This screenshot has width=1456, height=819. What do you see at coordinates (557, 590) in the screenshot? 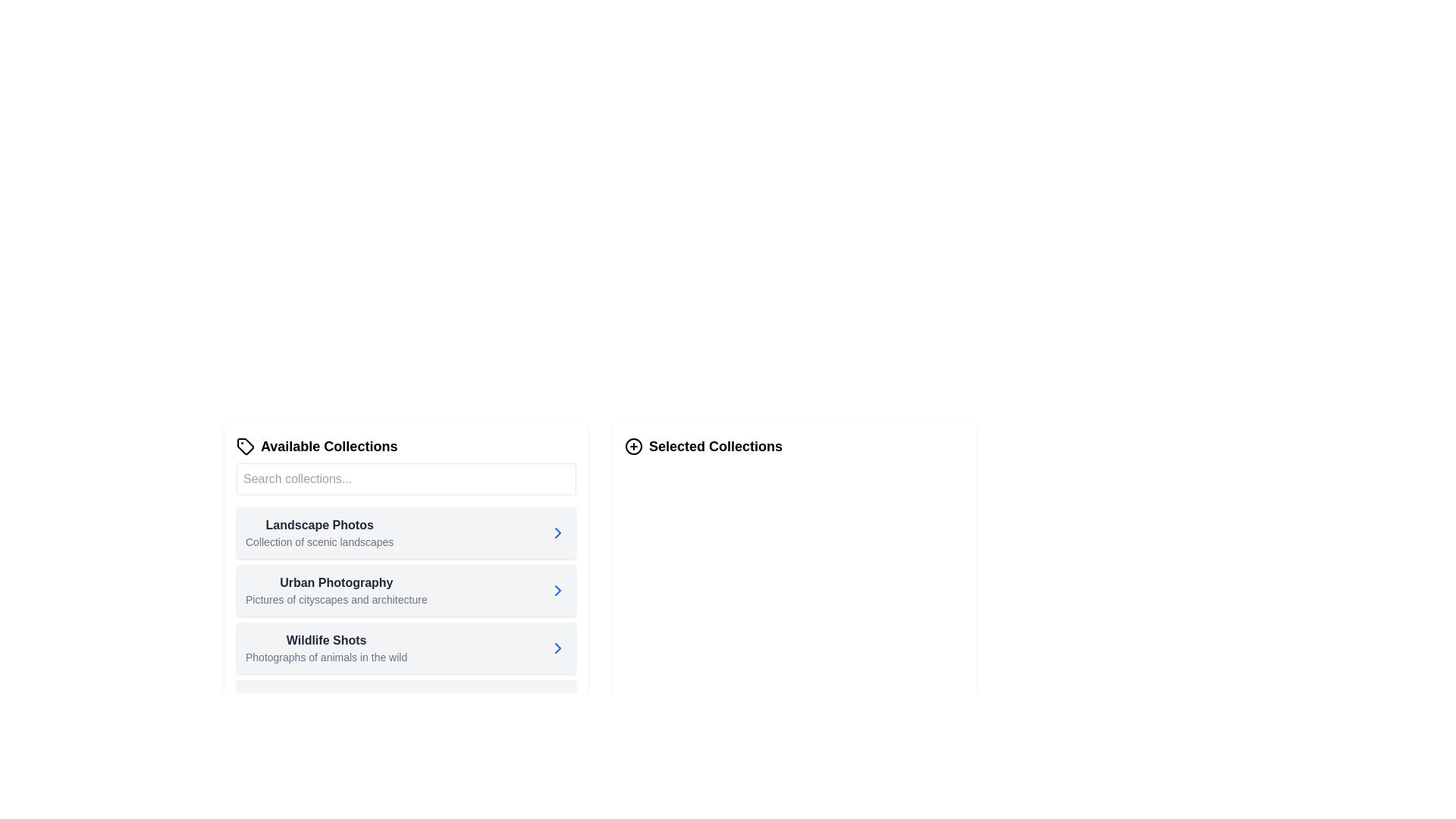
I see `the button located at the far right of the 'Urban Photography' collection in the second row under 'Available Collections'` at bounding box center [557, 590].